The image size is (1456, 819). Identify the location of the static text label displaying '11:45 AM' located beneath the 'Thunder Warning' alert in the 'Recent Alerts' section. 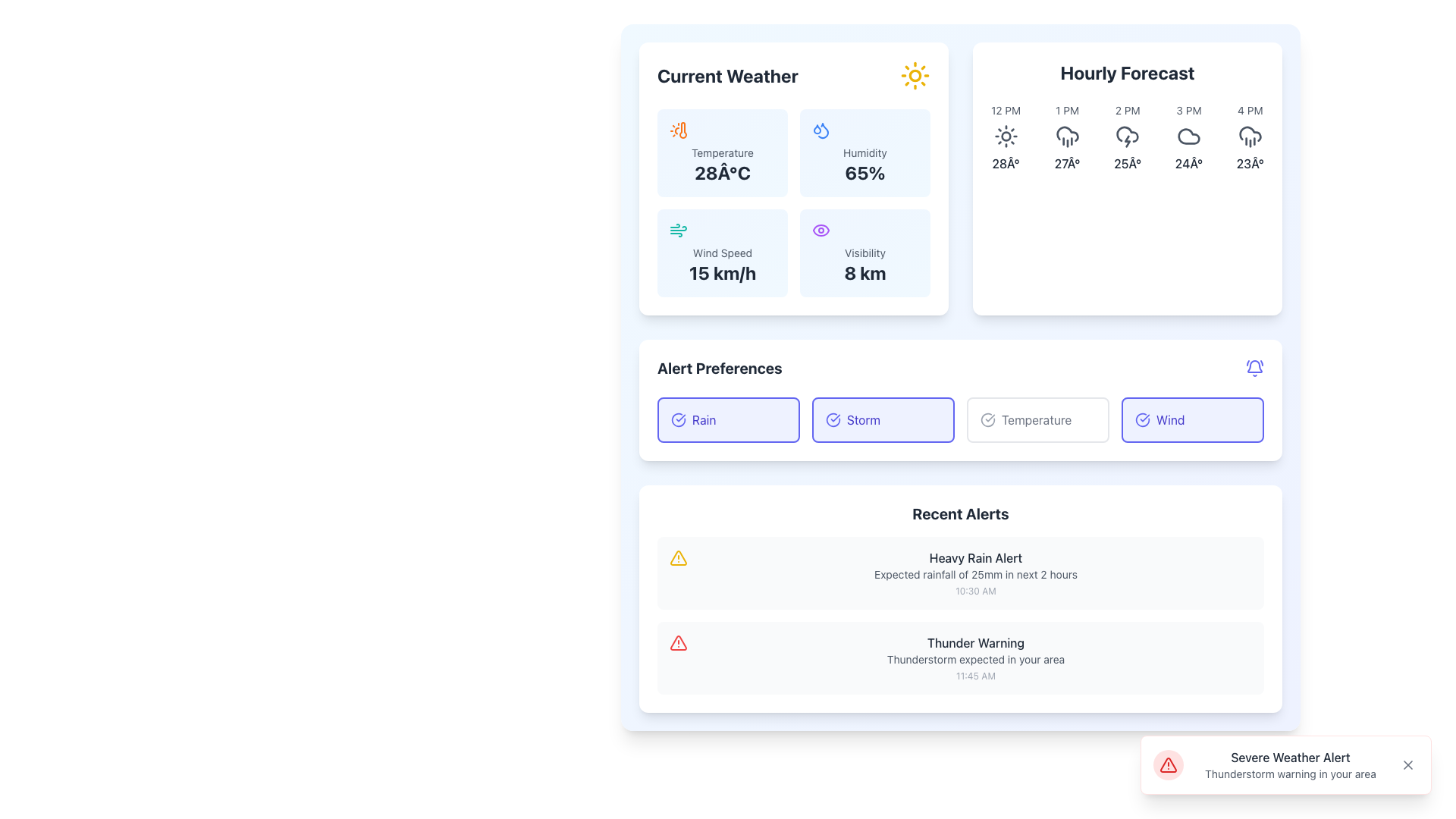
(975, 675).